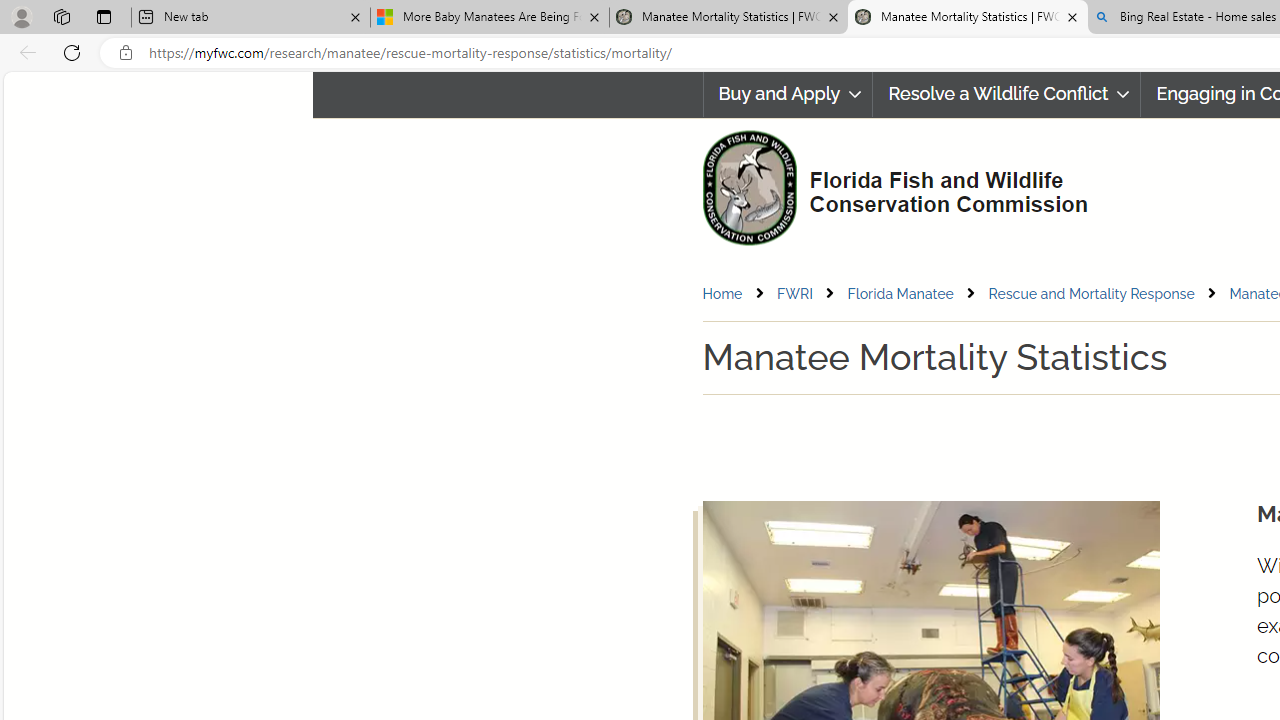  I want to click on 'Florida Manatee', so click(915, 293).